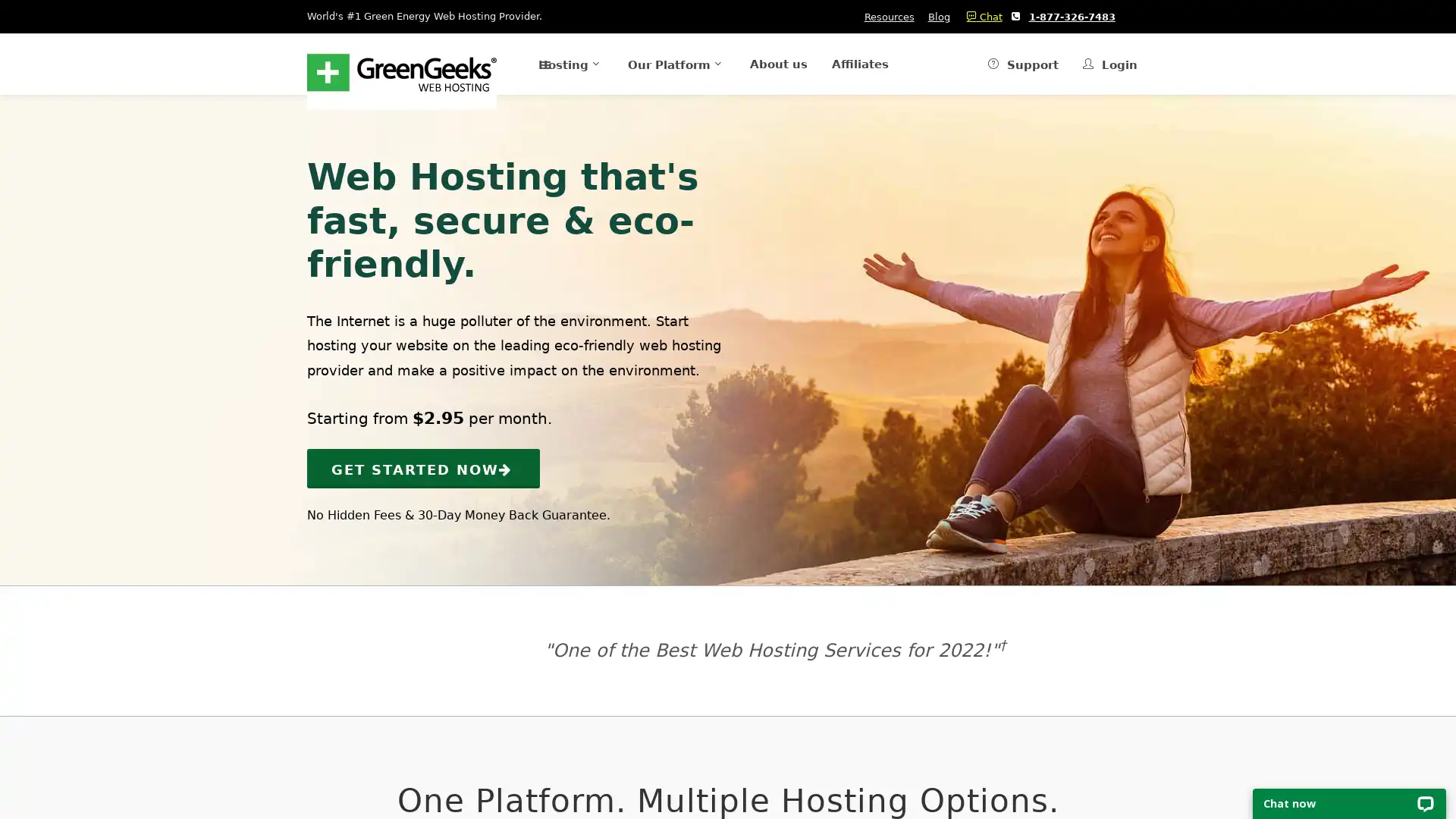 The width and height of the screenshot is (1456, 819). Describe the element at coordinates (980, 17) in the screenshot. I see `Chat` at that location.